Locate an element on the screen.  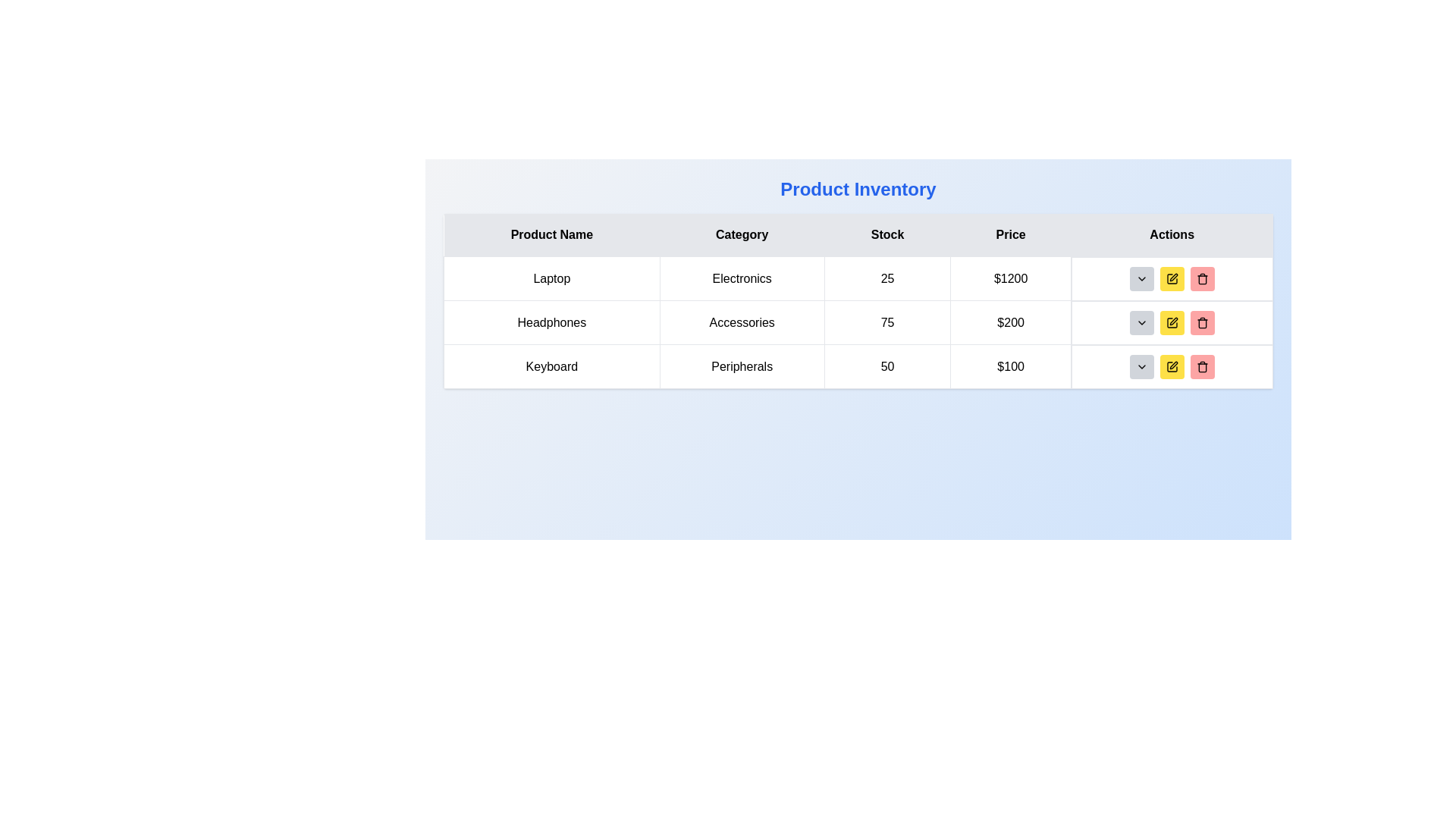
the trash can icon button in the 'Actions' column of the second row is located at coordinates (1201, 322).